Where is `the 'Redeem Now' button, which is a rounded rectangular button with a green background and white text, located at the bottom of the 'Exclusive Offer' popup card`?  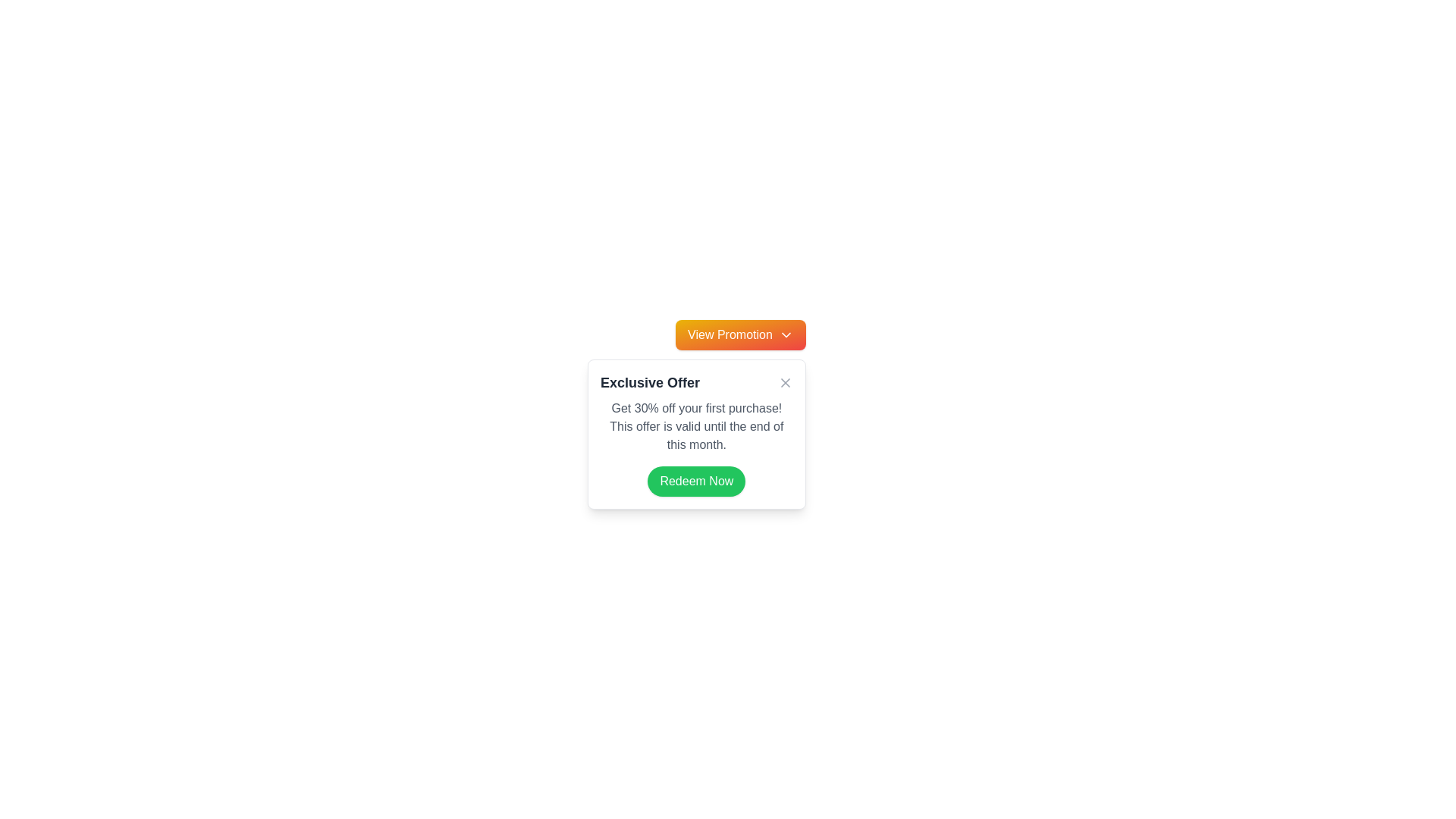 the 'Redeem Now' button, which is a rounded rectangular button with a green background and white text, located at the bottom of the 'Exclusive Offer' popup card is located at coordinates (695, 482).